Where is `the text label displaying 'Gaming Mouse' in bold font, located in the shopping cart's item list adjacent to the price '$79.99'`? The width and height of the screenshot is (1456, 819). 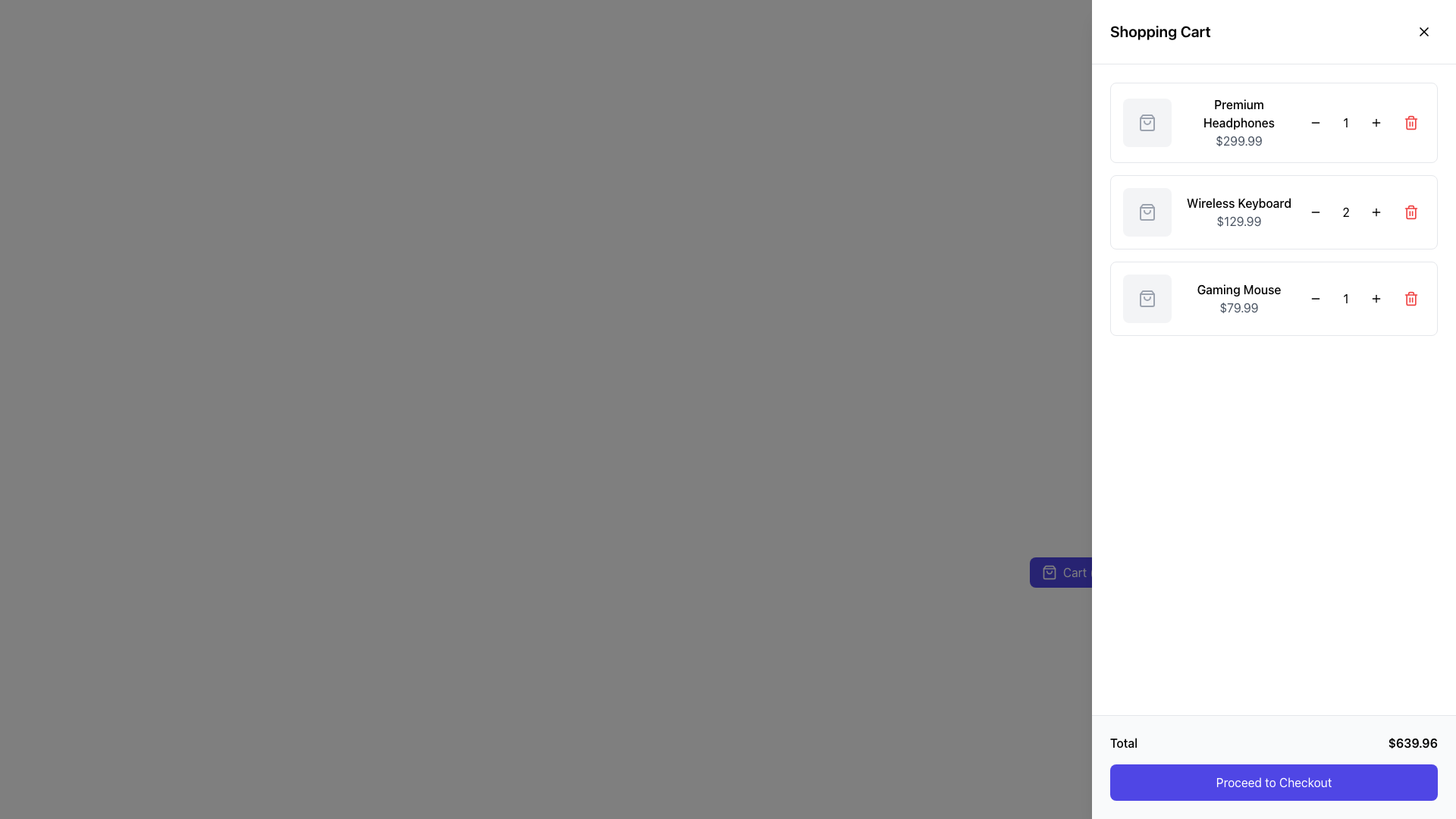
the text label displaying 'Gaming Mouse' in bold font, located in the shopping cart's item list adjacent to the price '$79.99' is located at coordinates (1238, 289).